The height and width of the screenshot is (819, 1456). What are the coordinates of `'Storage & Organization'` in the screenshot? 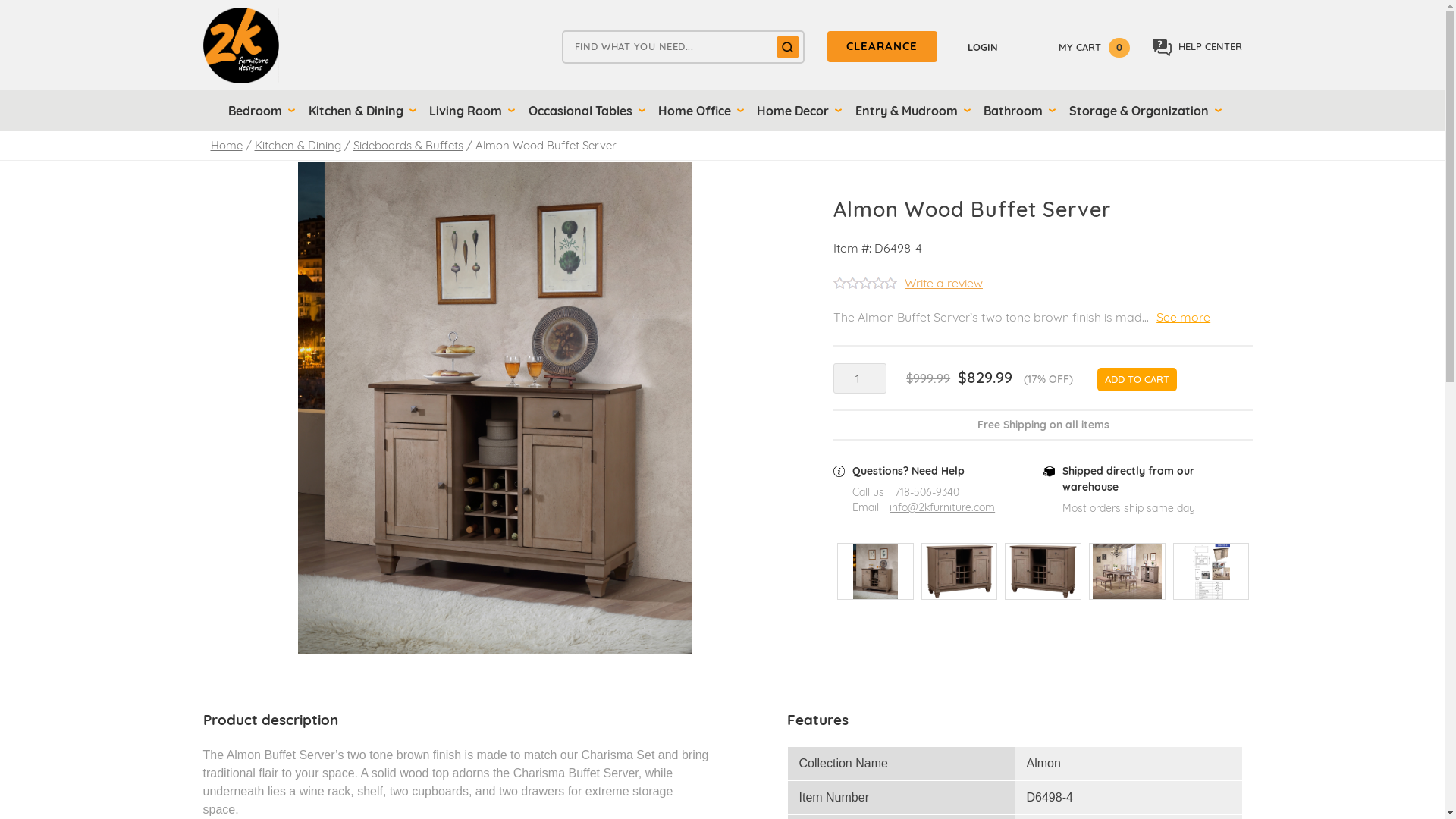 It's located at (1143, 110).